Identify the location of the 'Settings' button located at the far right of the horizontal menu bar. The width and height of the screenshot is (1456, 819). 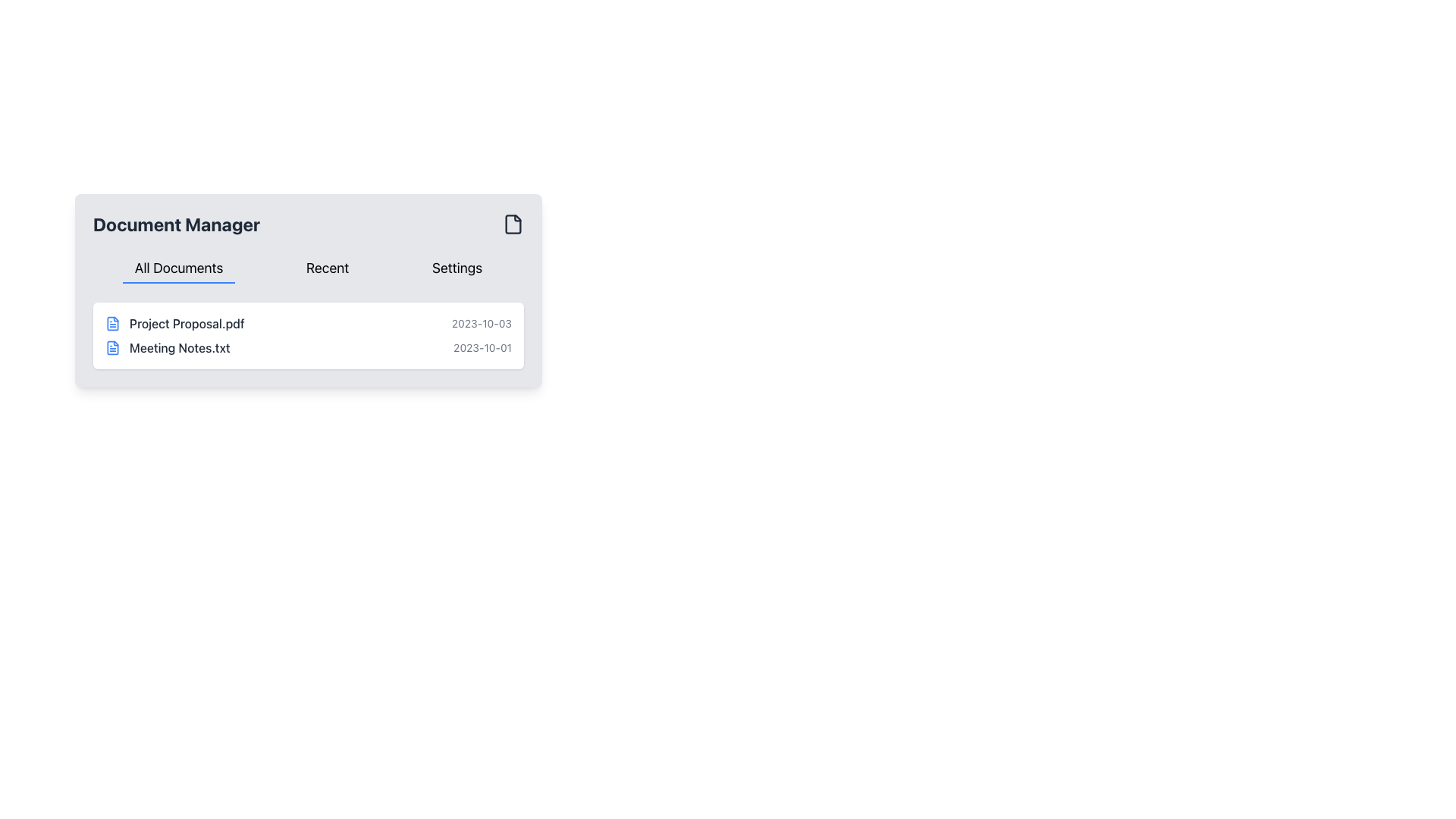
(457, 268).